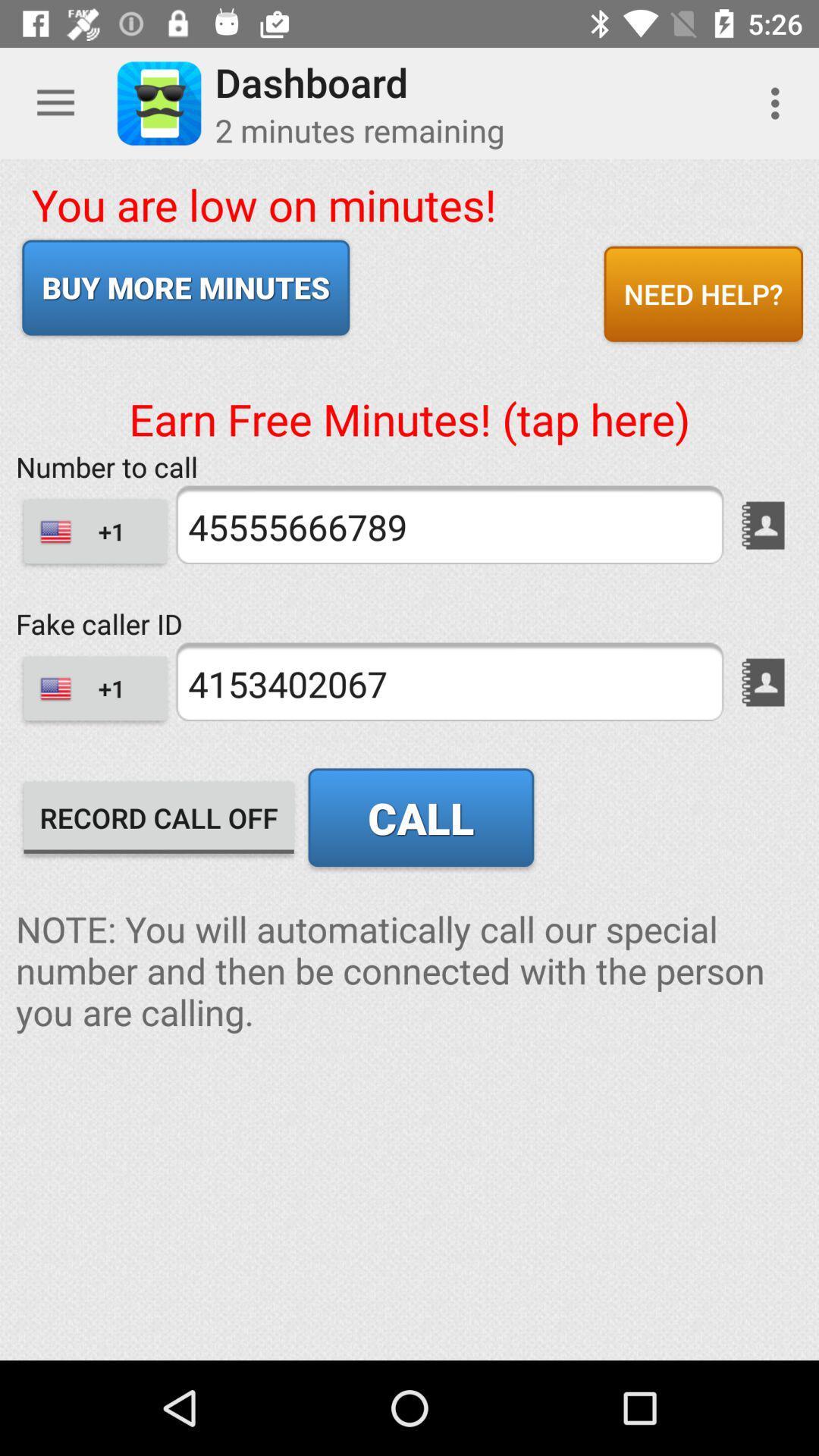  I want to click on icon next to you are low item, so click(703, 293).